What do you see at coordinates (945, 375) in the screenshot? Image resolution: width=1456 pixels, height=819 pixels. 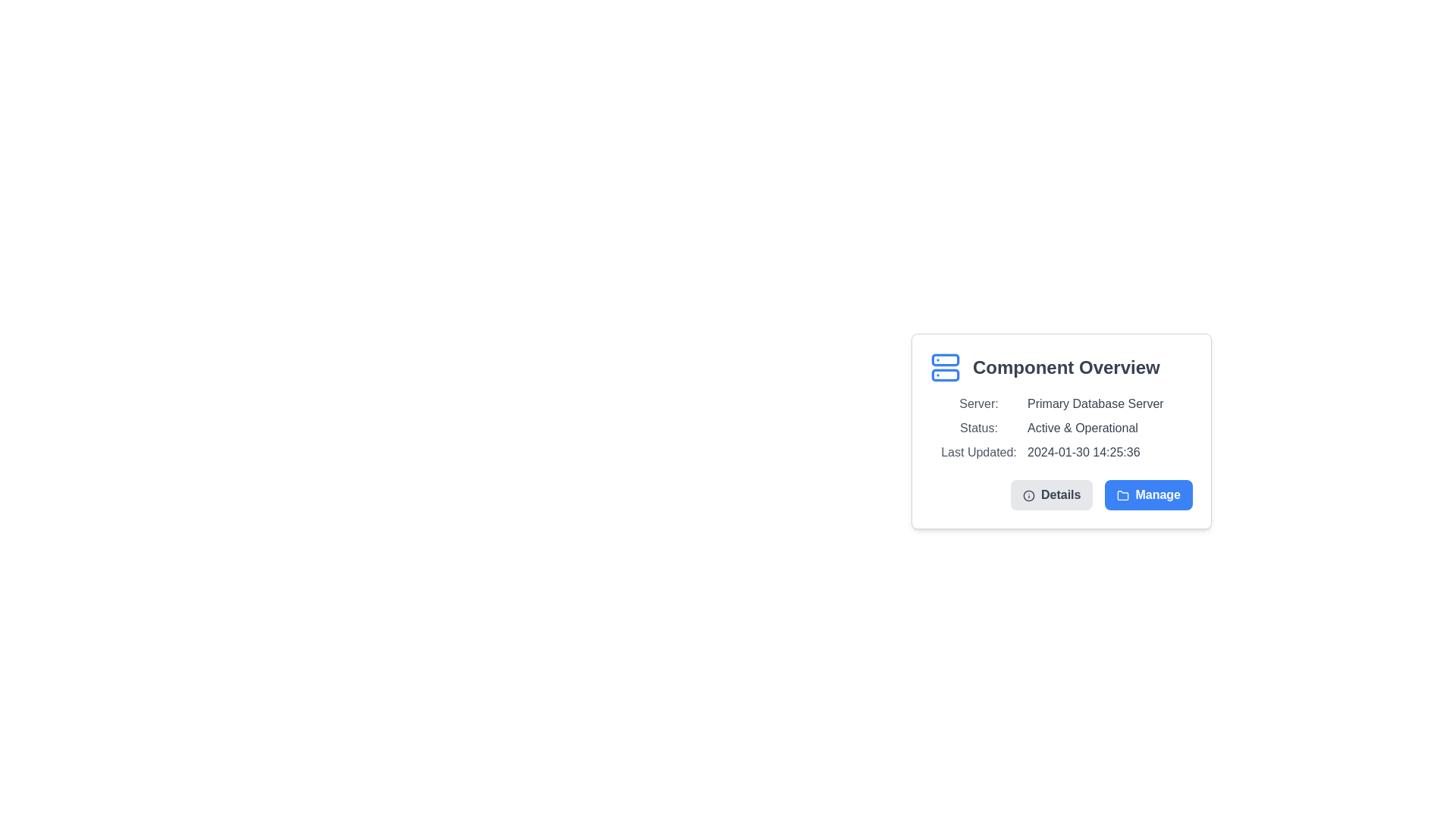 I see `the decorative rectangle within the server icon, which is positioned in the second tier and has rounded corners` at bounding box center [945, 375].